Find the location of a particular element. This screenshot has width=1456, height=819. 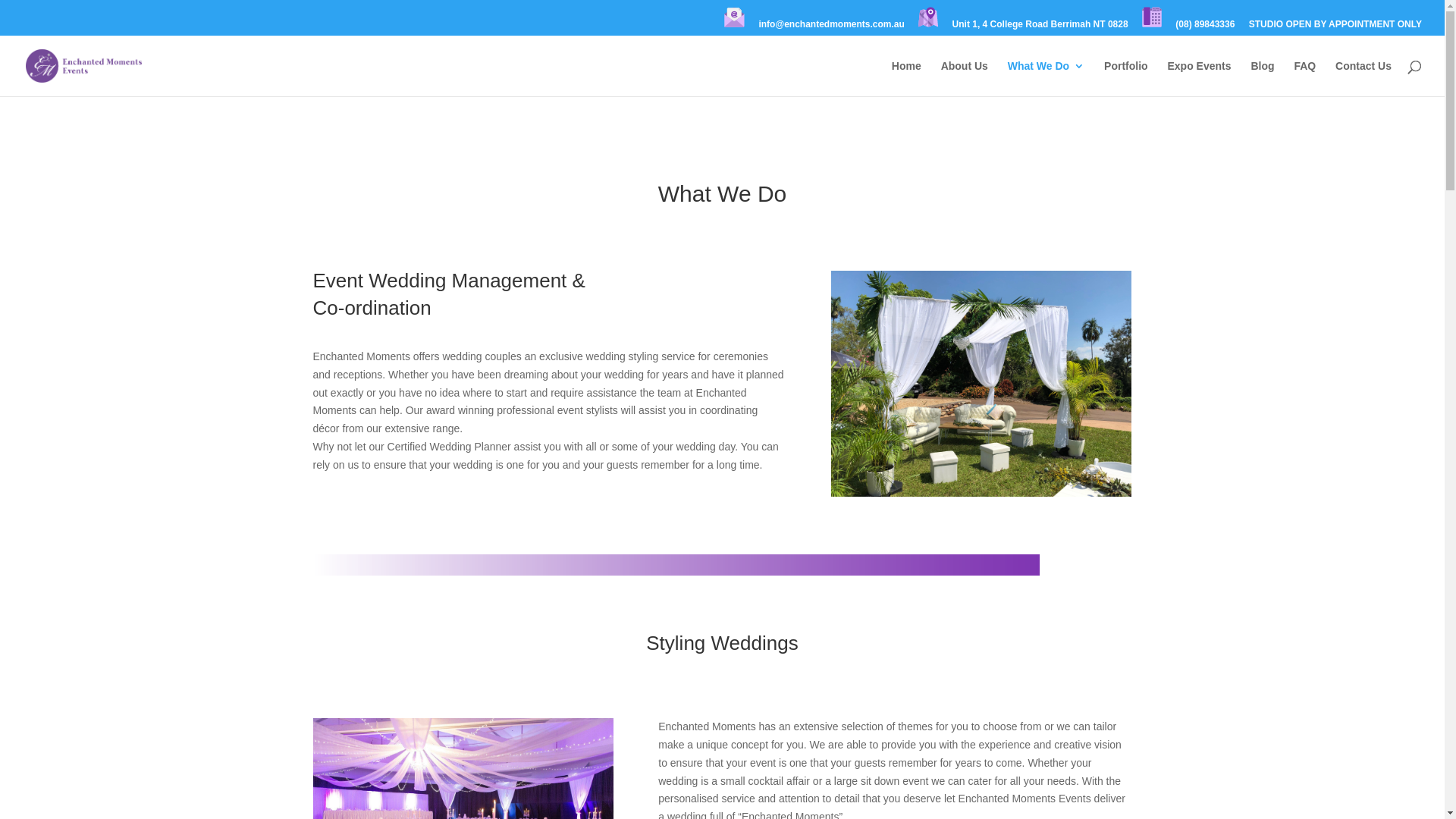

'info@enchantedmoments.com.au' is located at coordinates (830, 27).